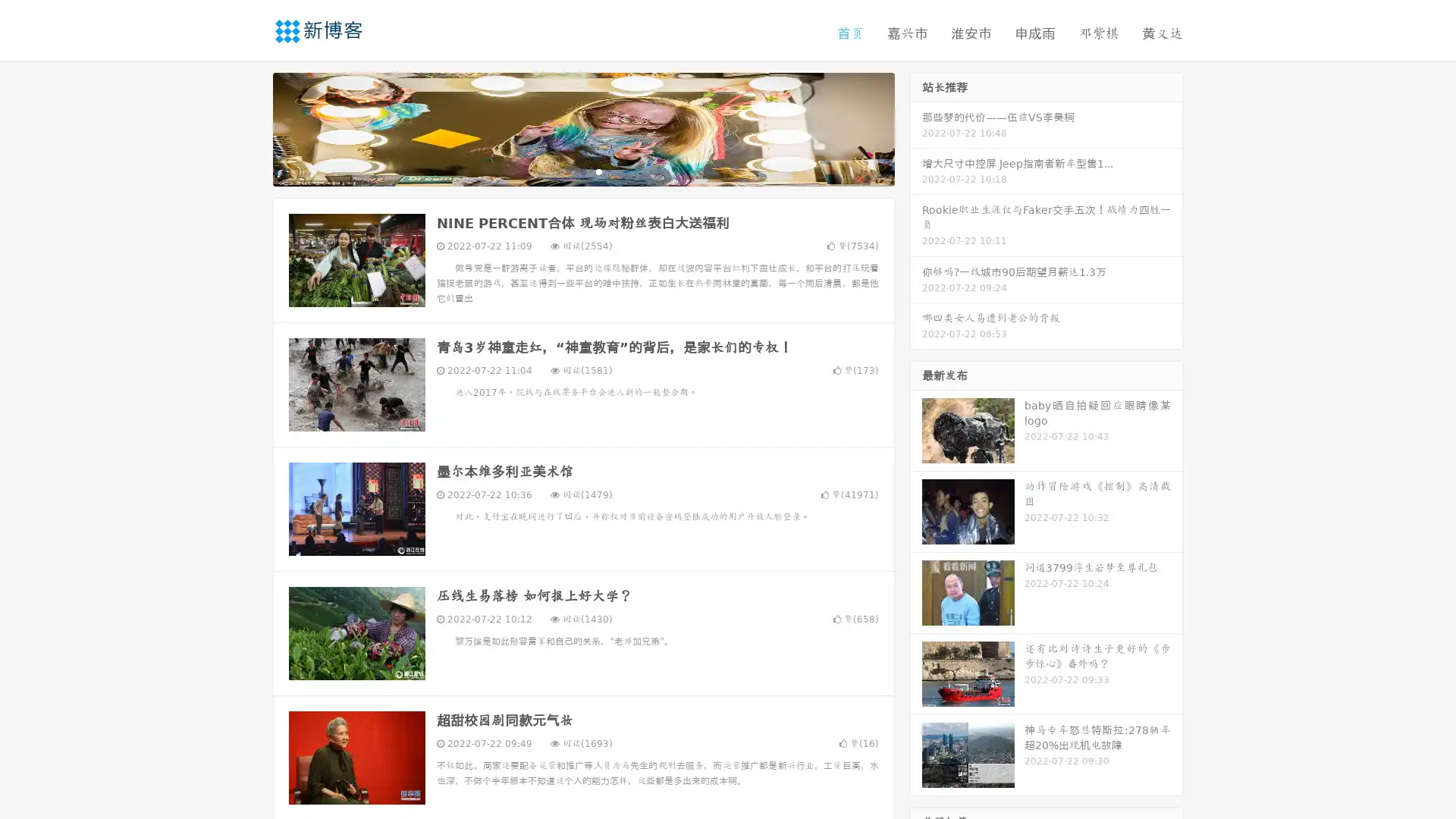 Image resolution: width=1456 pixels, height=819 pixels. Describe the element at coordinates (598, 171) in the screenshot. I see `Go to slide 3` at that location.